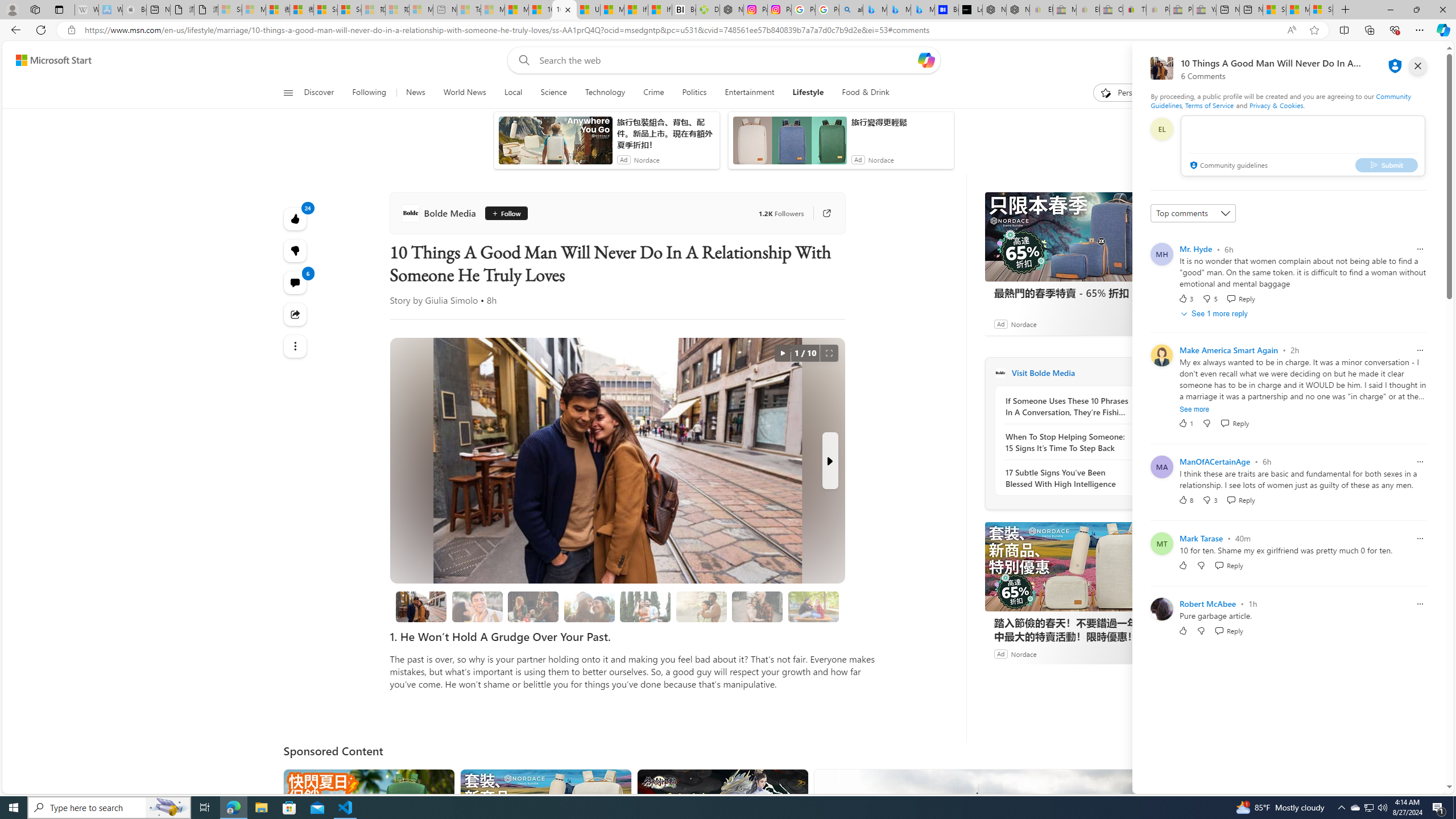 The height and width of the screenshot is (819, 1456). What do you see at coordinates (925, 59) in the screenshot?
I see `'Open Copilot'` at bounding box center [925, 59].